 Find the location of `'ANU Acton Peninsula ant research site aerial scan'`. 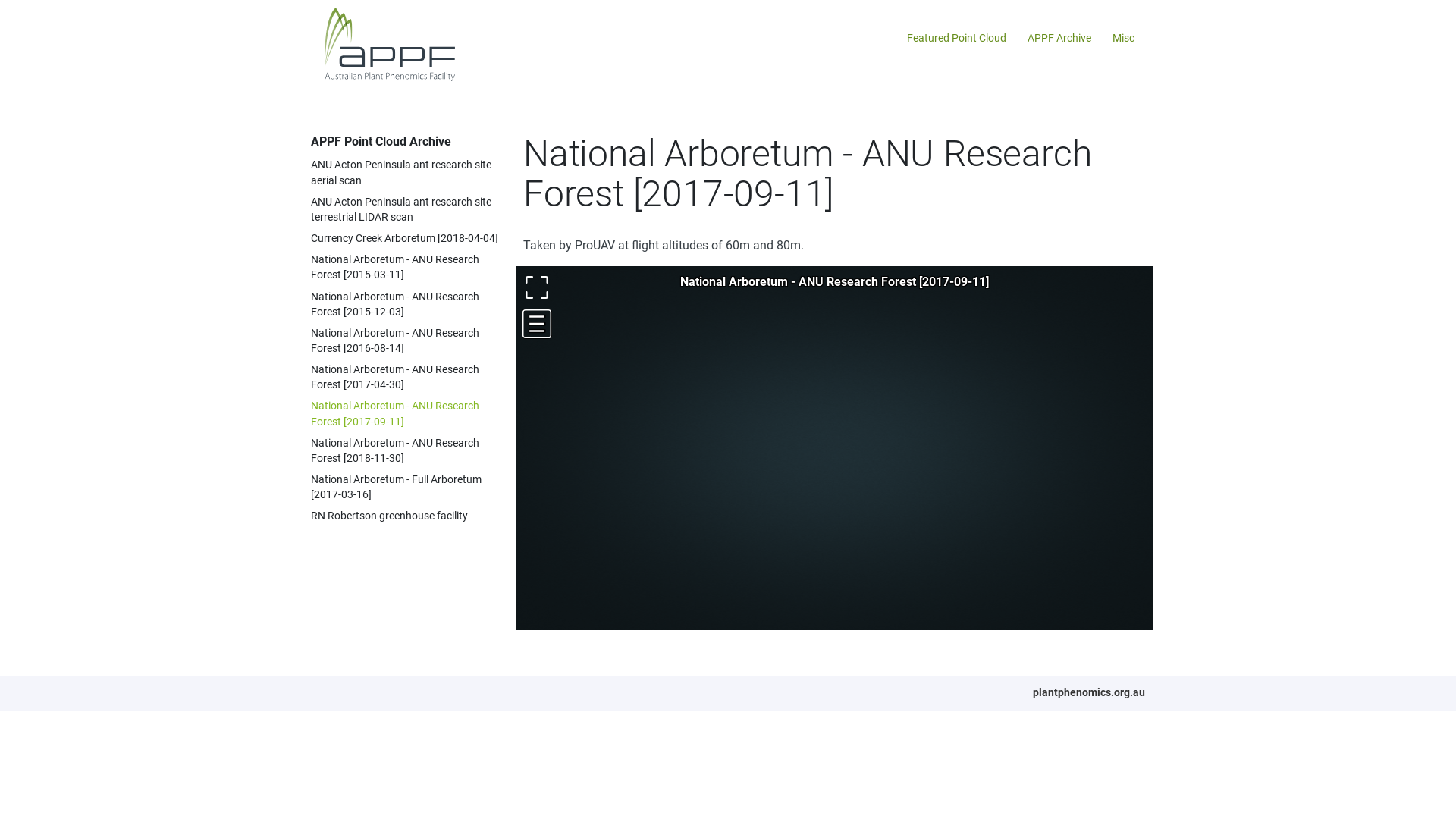

'ANU Acton Peninsula ant research site aerial scan' is located at coordinates (400, 171).